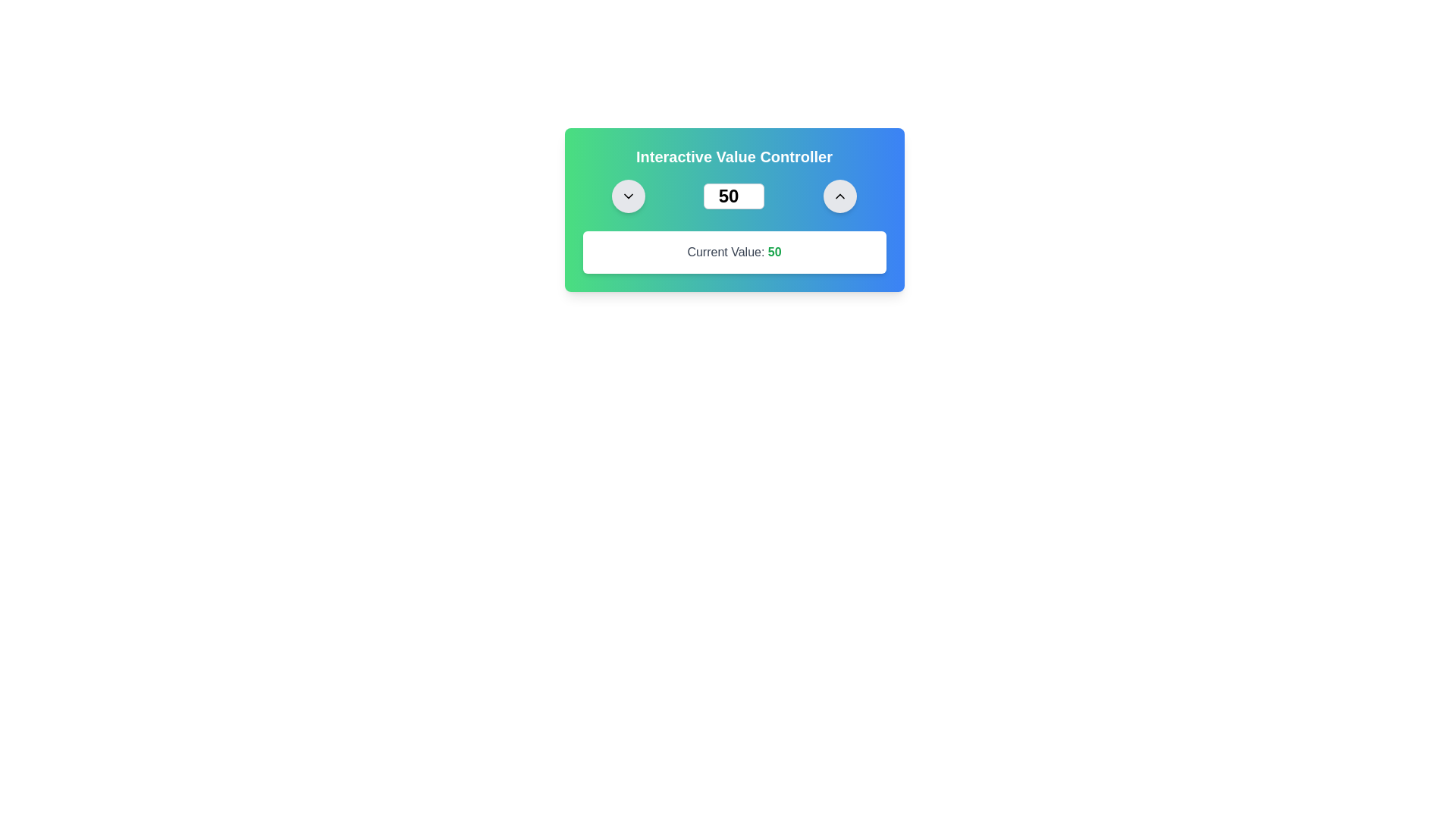 This screenshot has width=1456, height=819. Describe the element at coordinates (629, 195) in the screenshot. I see `the leftmost button that decreases the value in the associated numerical input field showing '50'` at that location.